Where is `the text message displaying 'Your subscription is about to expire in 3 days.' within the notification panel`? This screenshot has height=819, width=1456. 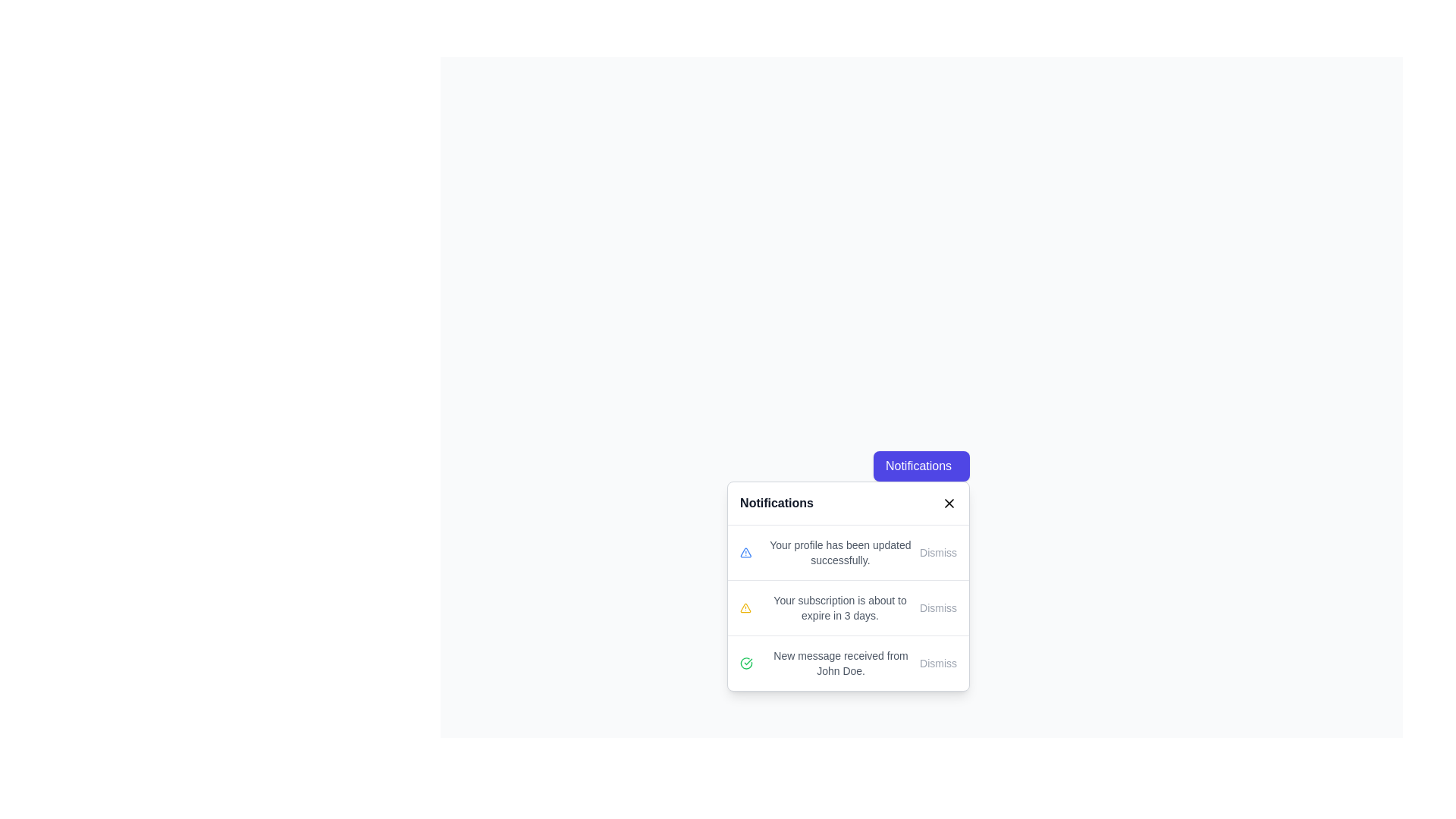 the text message displaying 'Your subscription is about to expire in 3 days.' within the notification panel is located at coordinates (839, 607).